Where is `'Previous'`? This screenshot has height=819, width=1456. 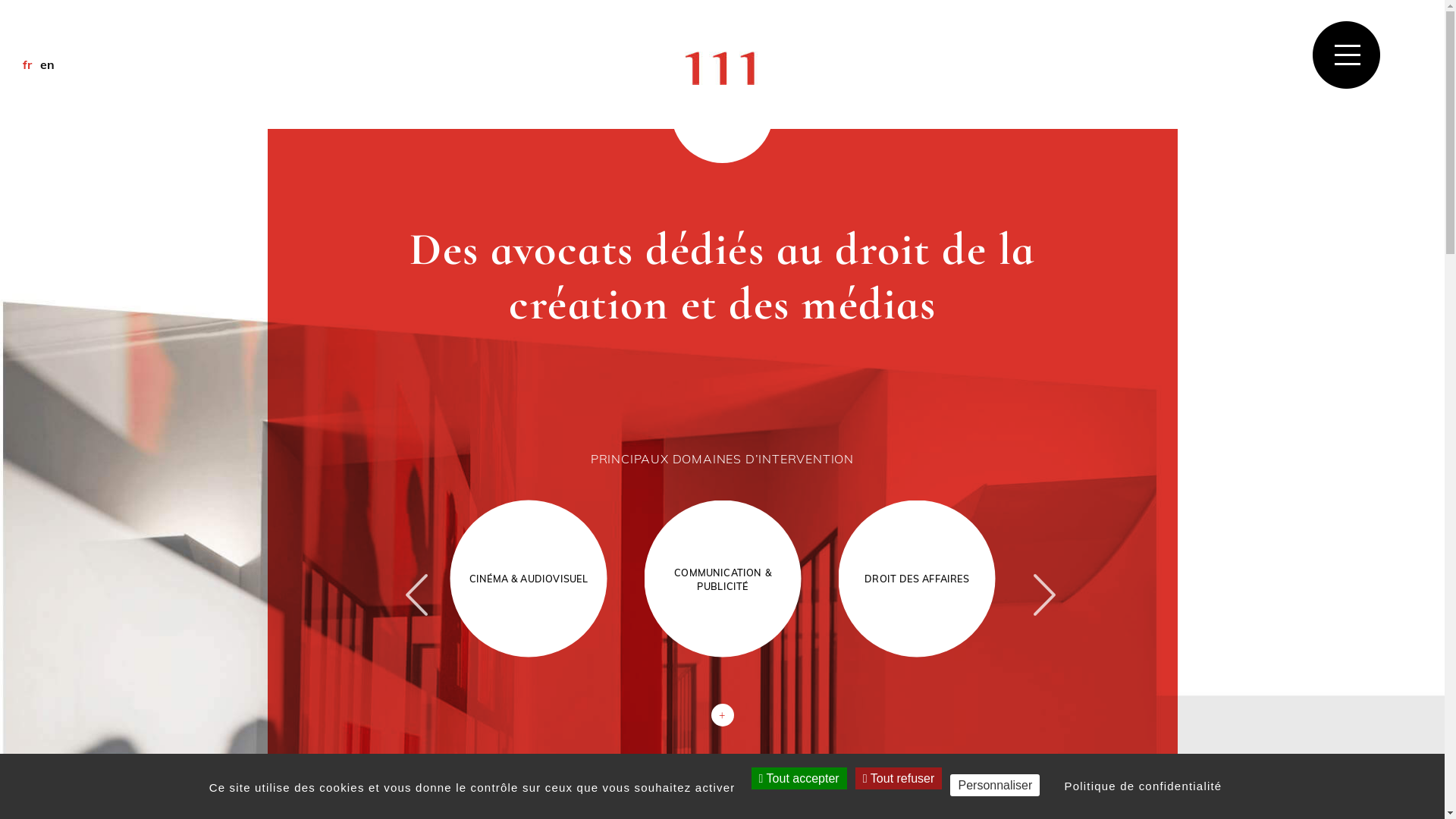
'Previous' is located at coordinates (407, 579).